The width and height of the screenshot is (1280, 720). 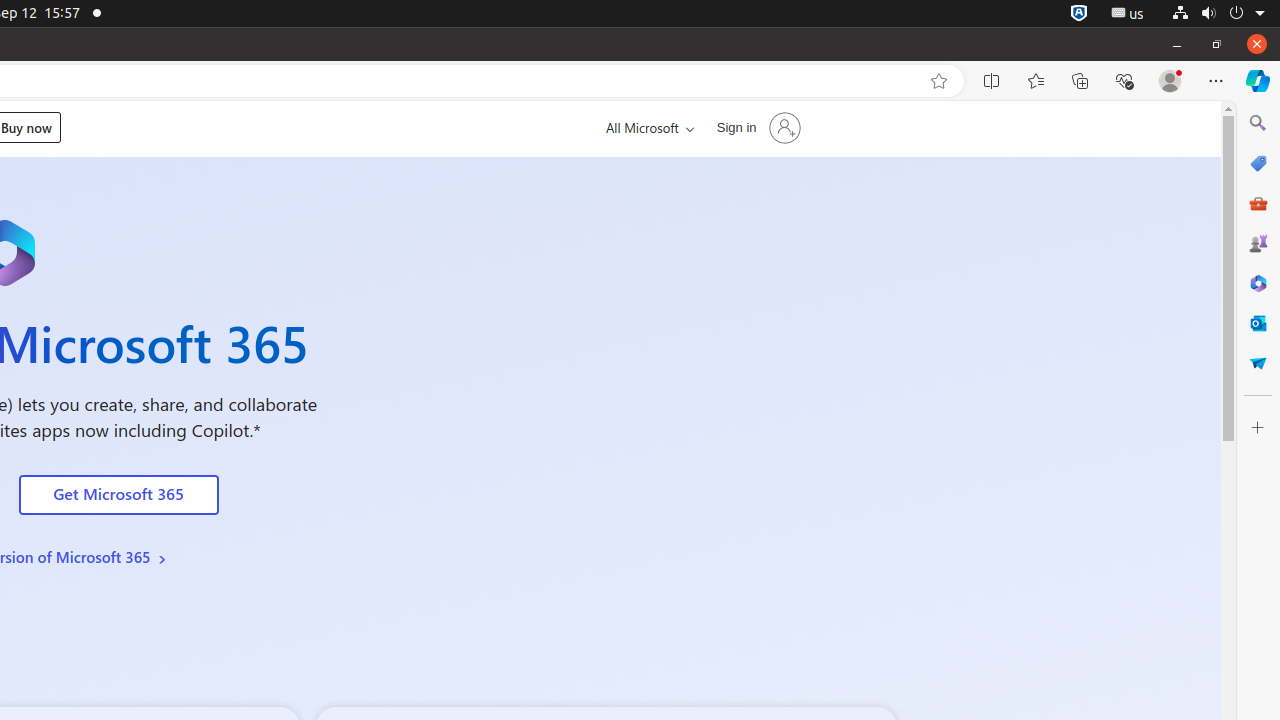 I want to click on 'Collections', so click(x=1079, y=80).